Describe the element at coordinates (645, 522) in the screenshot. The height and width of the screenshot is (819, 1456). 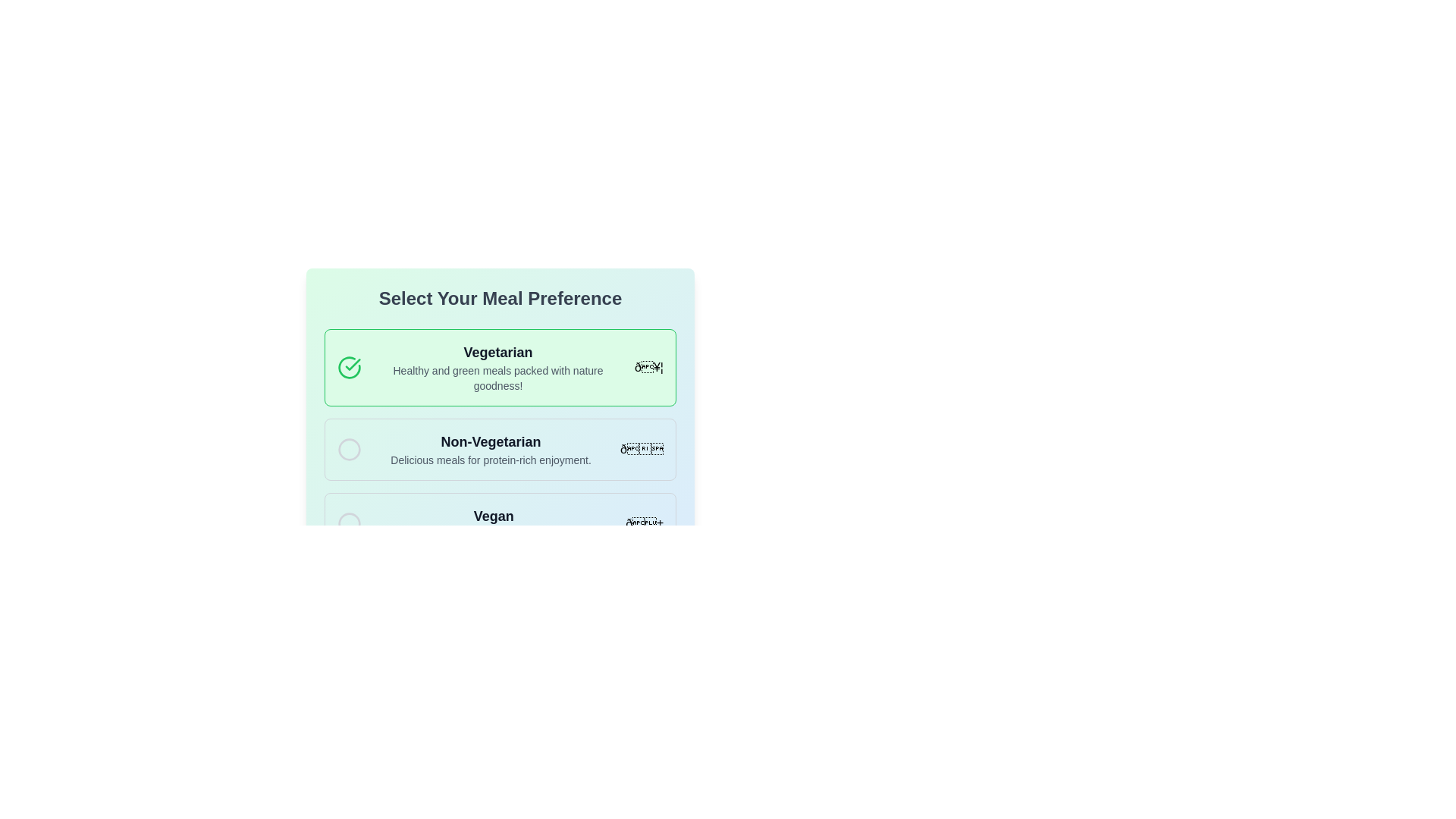
I see `the decorative text or icon representing 'ð±' associated with the 'Vegan' meal preference in the options list` at that location.